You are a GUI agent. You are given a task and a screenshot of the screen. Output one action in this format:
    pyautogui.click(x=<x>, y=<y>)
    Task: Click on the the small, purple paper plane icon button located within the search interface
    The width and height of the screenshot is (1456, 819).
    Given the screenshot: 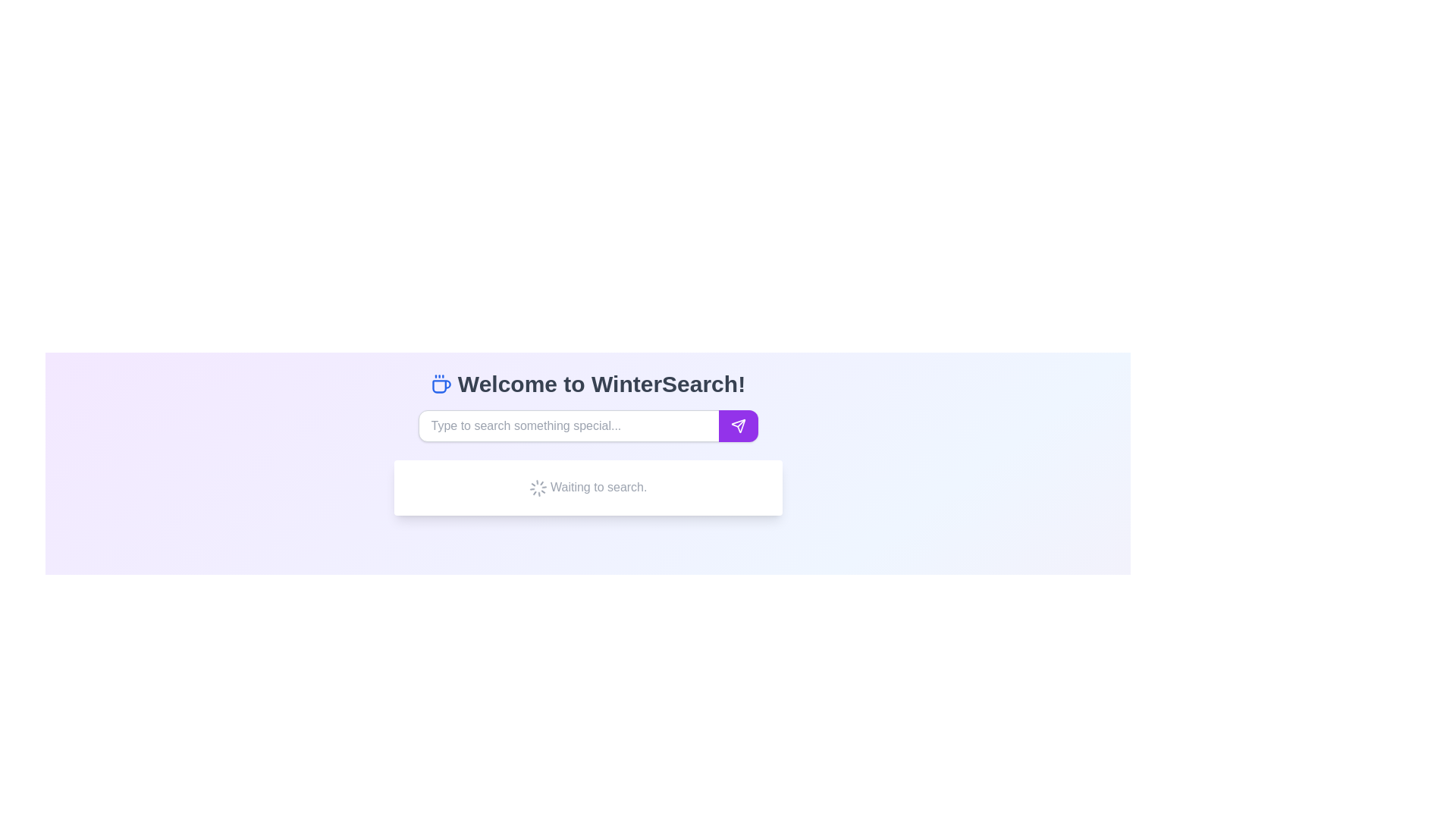 What is the action you would take?
    pyautogui.click(x=738, y=426)
    